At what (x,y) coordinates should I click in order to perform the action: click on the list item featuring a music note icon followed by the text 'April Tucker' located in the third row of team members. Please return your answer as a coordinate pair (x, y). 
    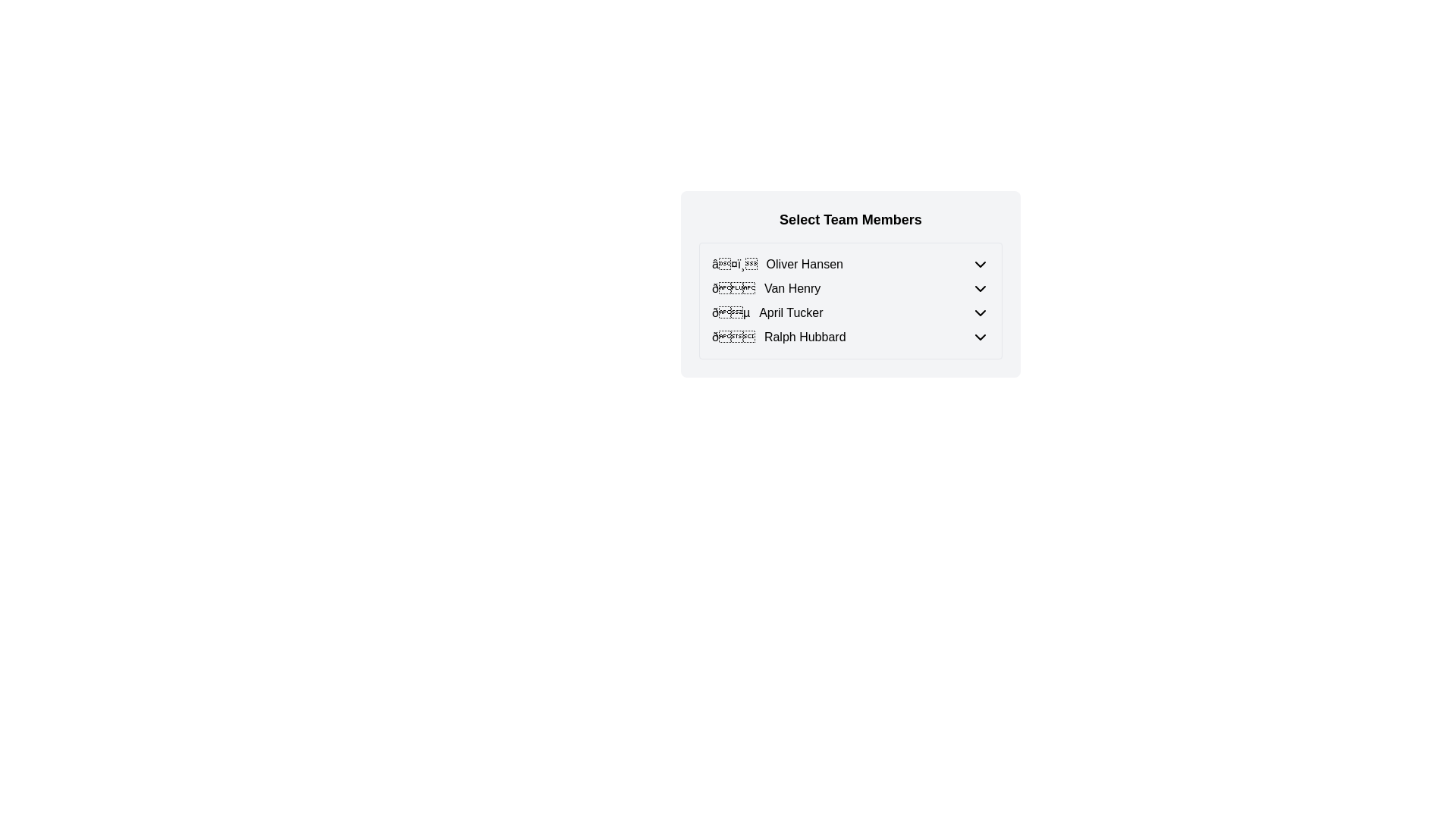
    Looking at the image, I should click on (767, 312).